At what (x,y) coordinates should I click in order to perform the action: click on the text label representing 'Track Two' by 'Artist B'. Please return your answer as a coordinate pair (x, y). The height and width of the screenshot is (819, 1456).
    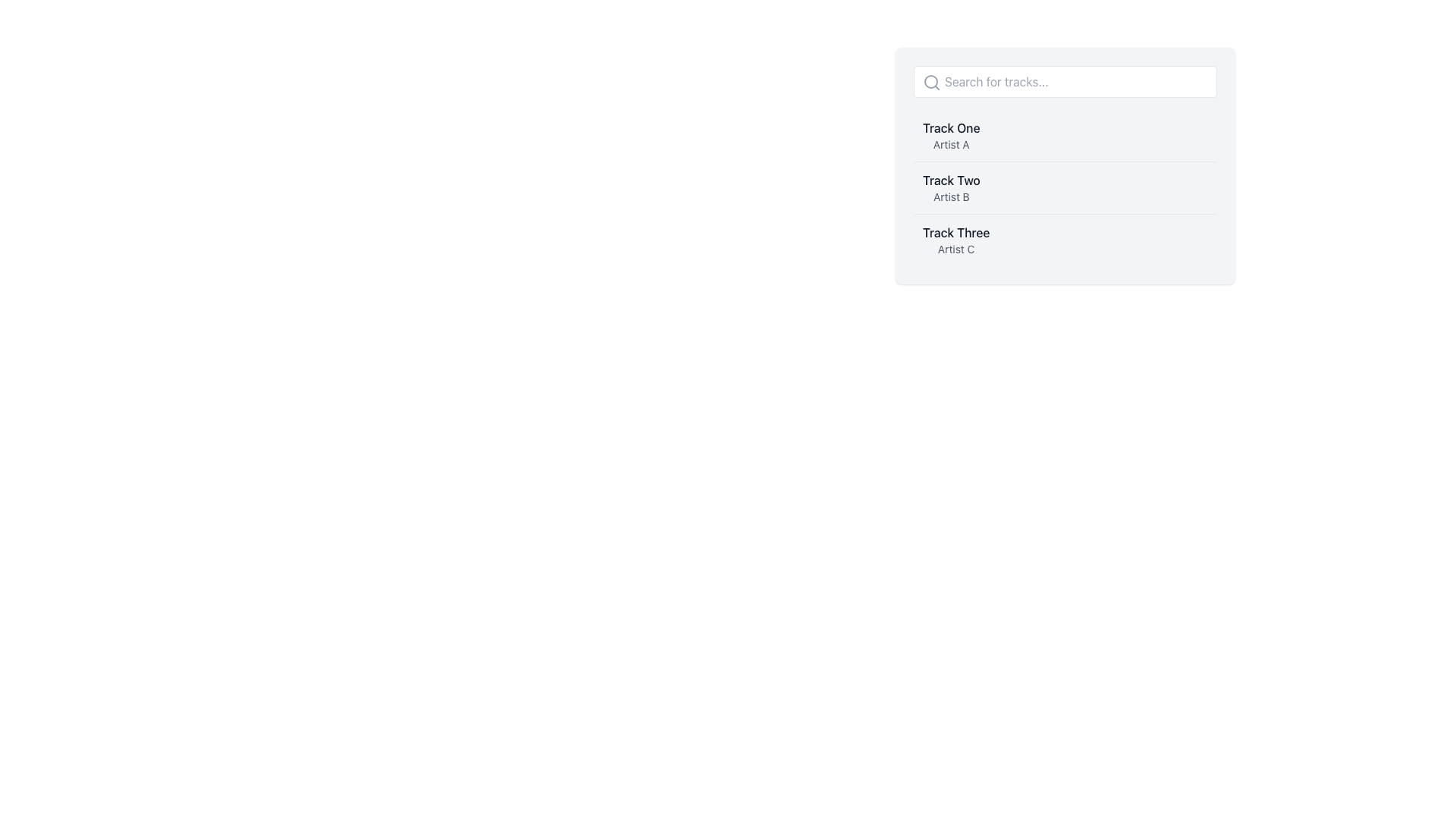
    Looking at the image, I should click on (950, 187).